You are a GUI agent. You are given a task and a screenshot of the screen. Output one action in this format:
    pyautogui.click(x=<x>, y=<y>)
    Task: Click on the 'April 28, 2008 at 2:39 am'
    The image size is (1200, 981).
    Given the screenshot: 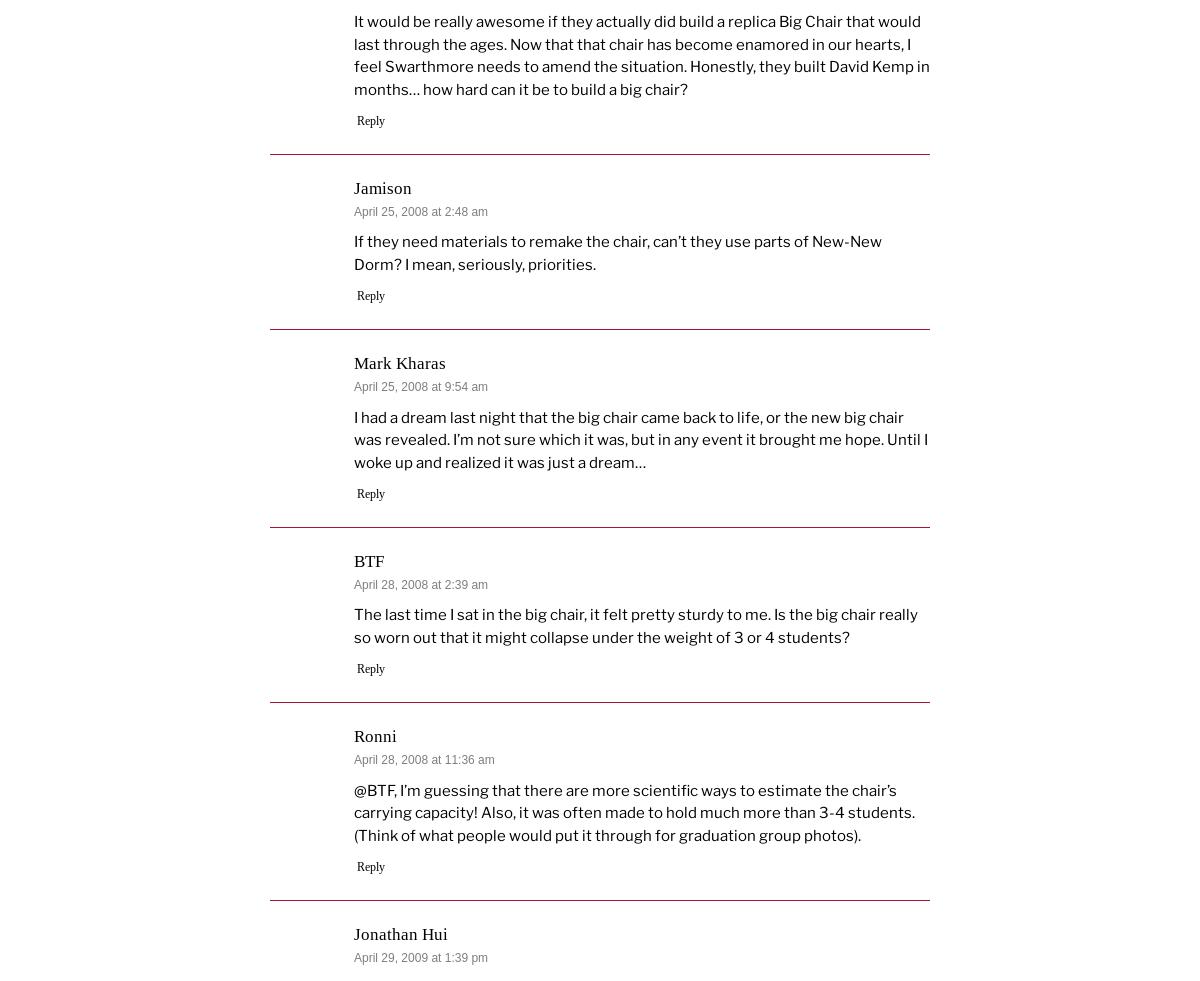 What is the action you would take?
    pyautogui.click(x=420, y=583)
    